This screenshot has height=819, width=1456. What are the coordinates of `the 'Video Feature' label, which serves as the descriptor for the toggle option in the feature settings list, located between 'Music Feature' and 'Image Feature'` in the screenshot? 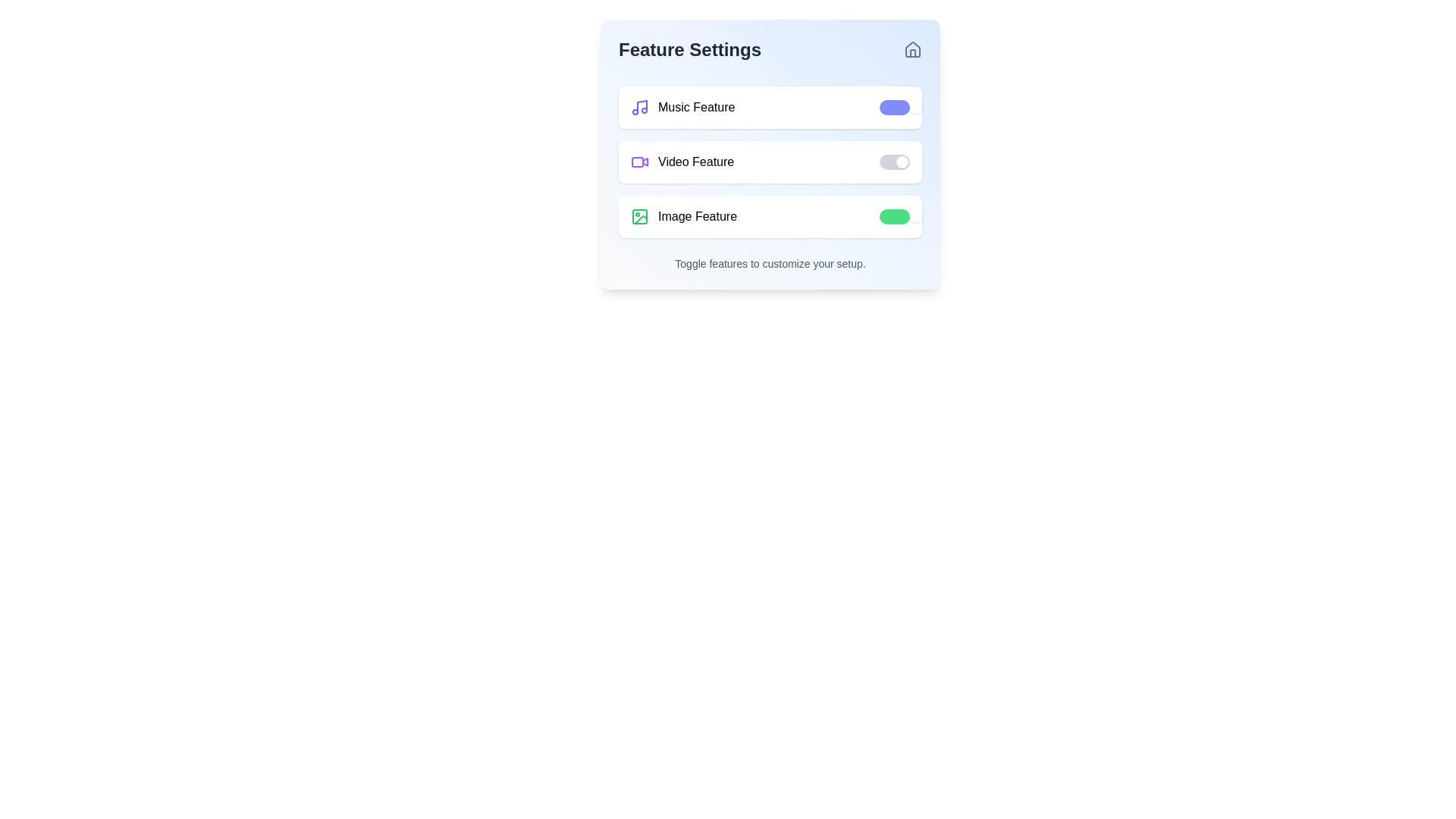 It's located at (695, 162).